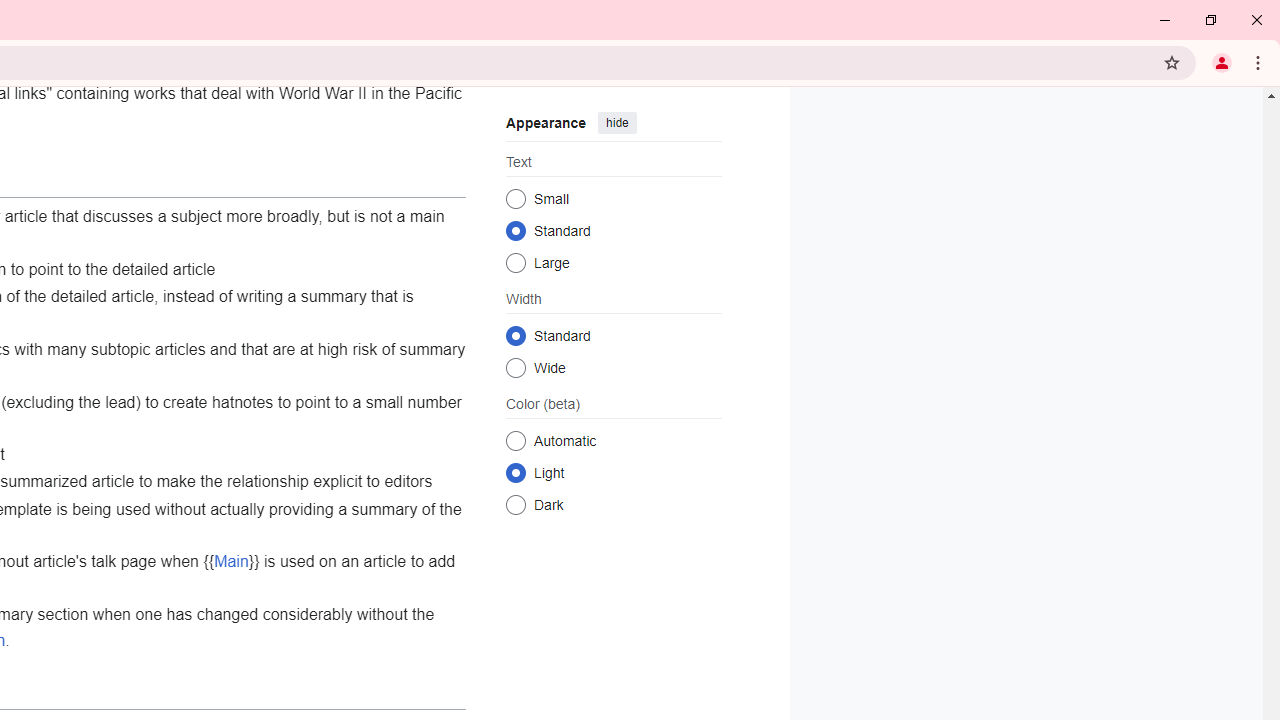  Describe the element at coordinates (515, 261) in the screenshot. I see `'Large'` at that location.